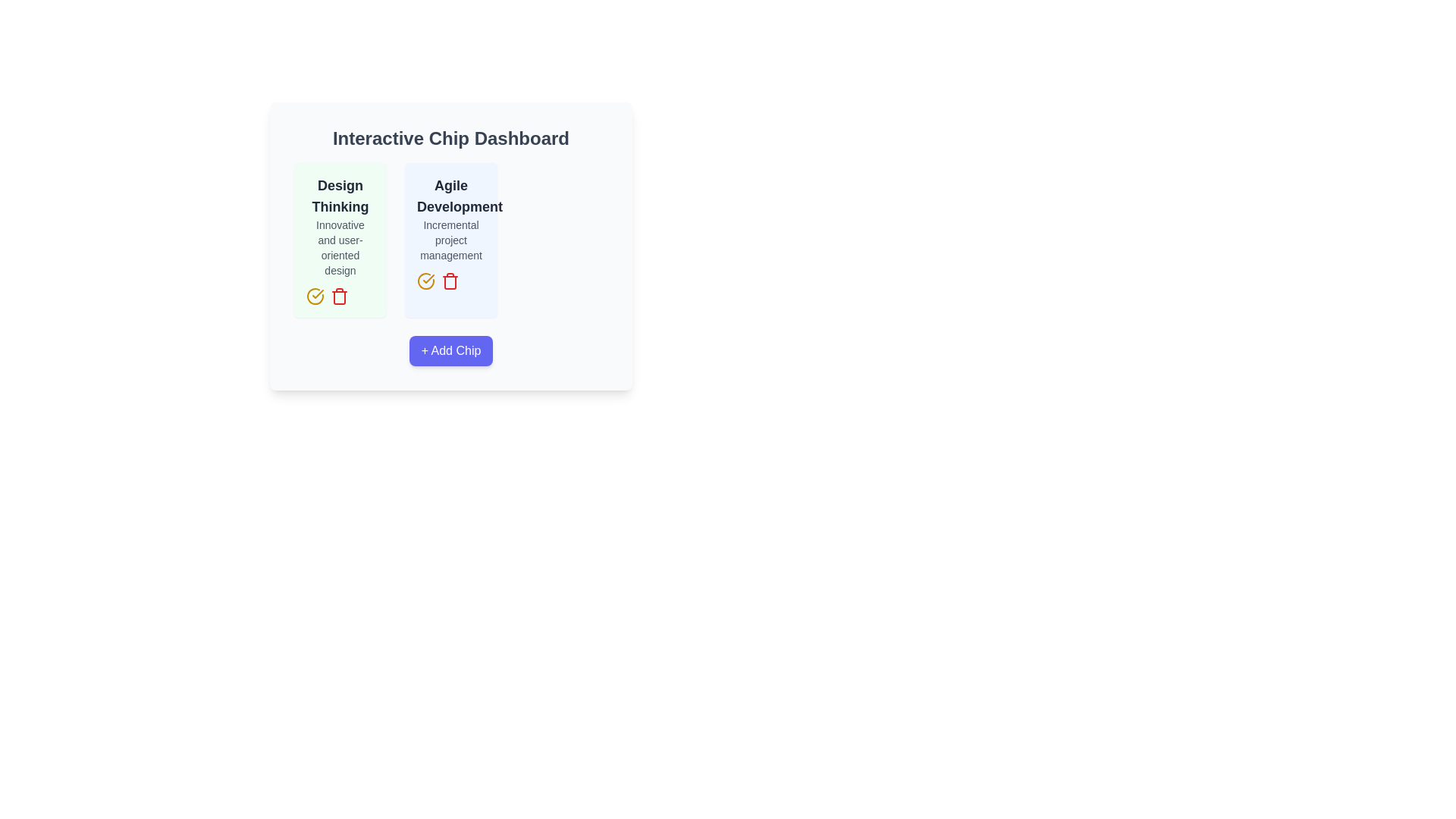 Image resolution: width=1456 pixels, height=819 pixels. I want to click on the red trash bin icon button located at the bottom-right corner of the 'Agile Development' card, so click(450, 281).